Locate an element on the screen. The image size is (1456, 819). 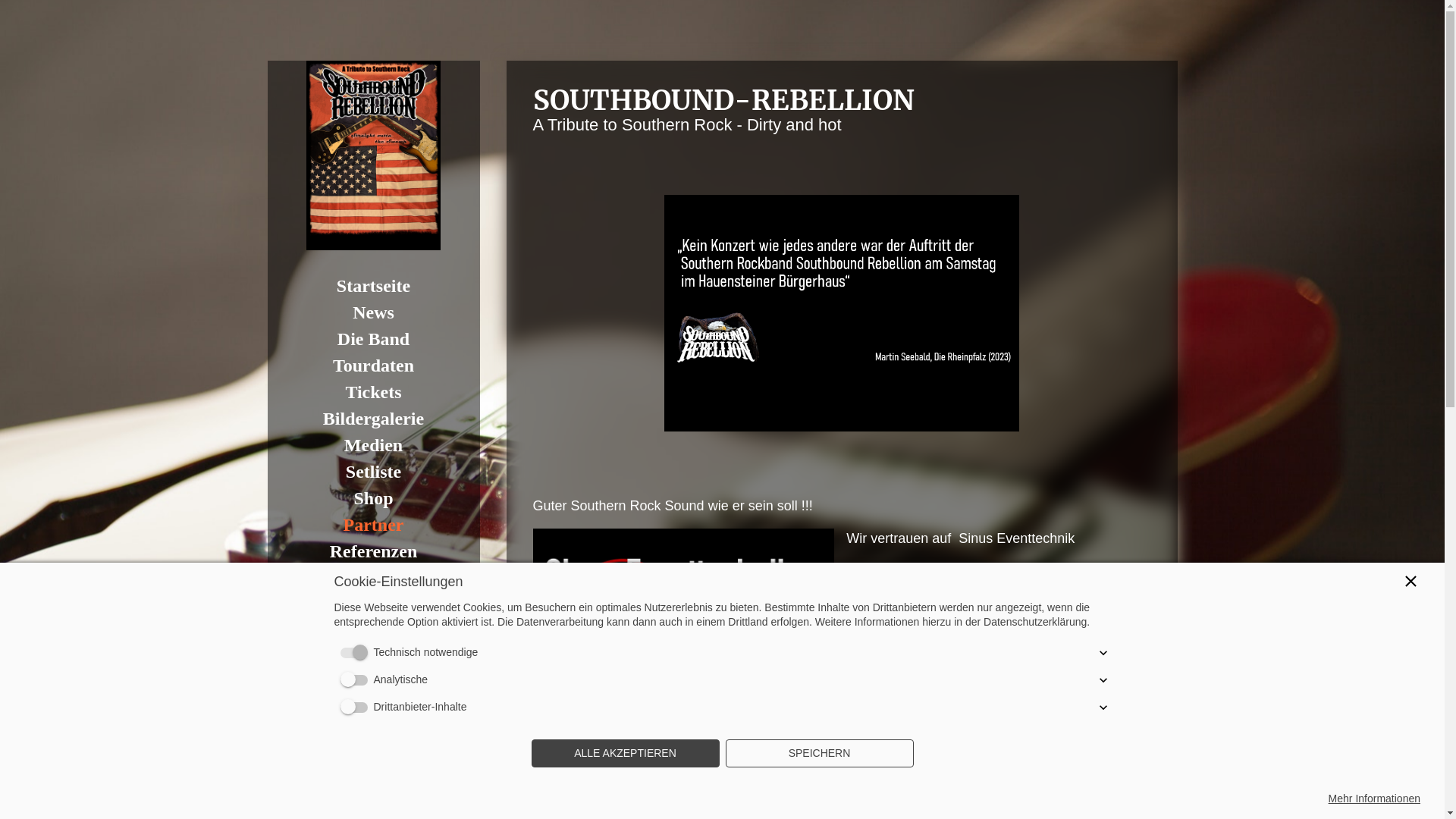
'ALLE AKZEPTIEREN' is located at coordinates (625, 754).